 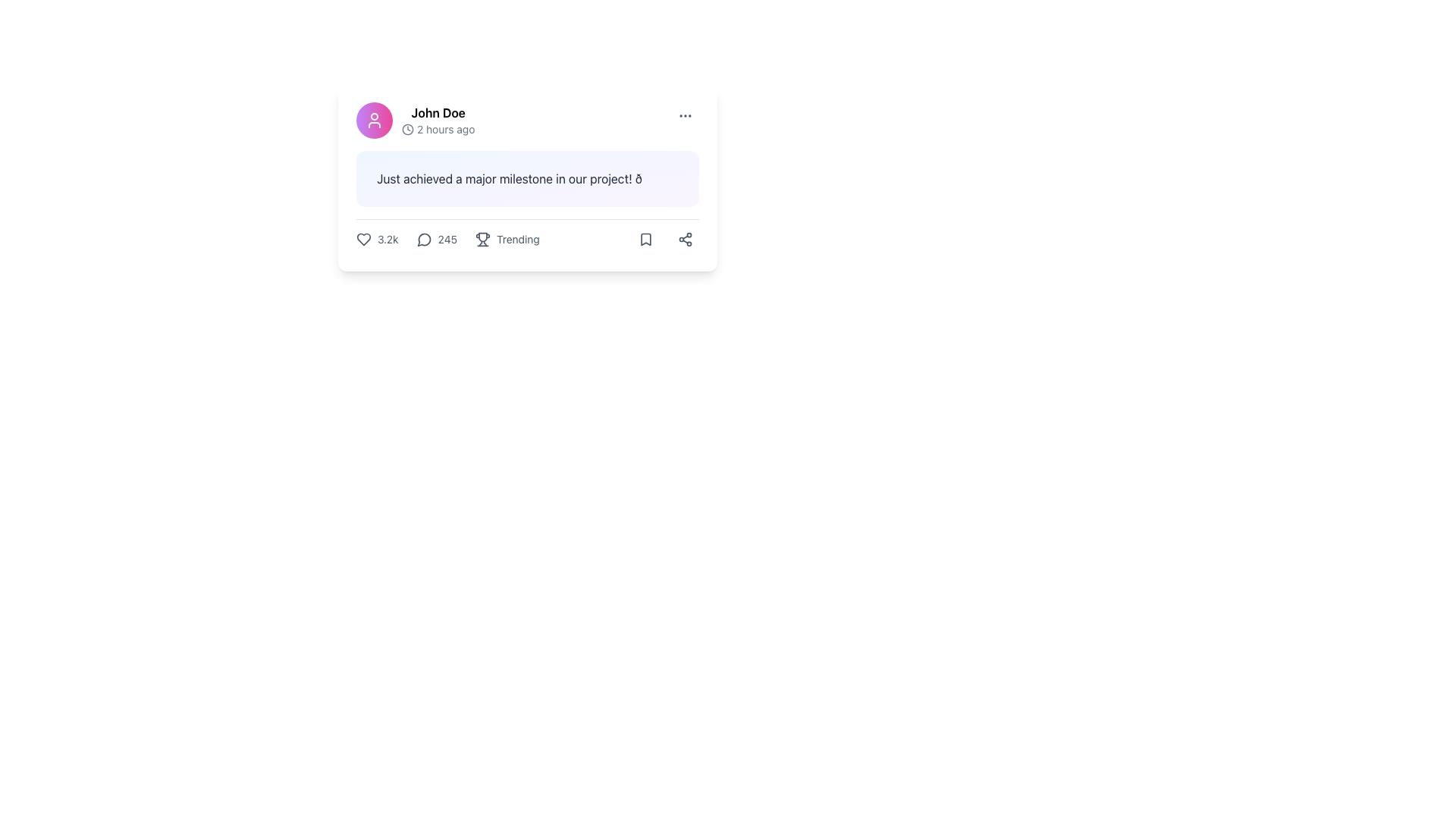 I want to click on the ellipsis icon, which is represented by three evenly spaced dots in a grayish tone located in the upper-right corner of the card component, so click(x=684, y=115).